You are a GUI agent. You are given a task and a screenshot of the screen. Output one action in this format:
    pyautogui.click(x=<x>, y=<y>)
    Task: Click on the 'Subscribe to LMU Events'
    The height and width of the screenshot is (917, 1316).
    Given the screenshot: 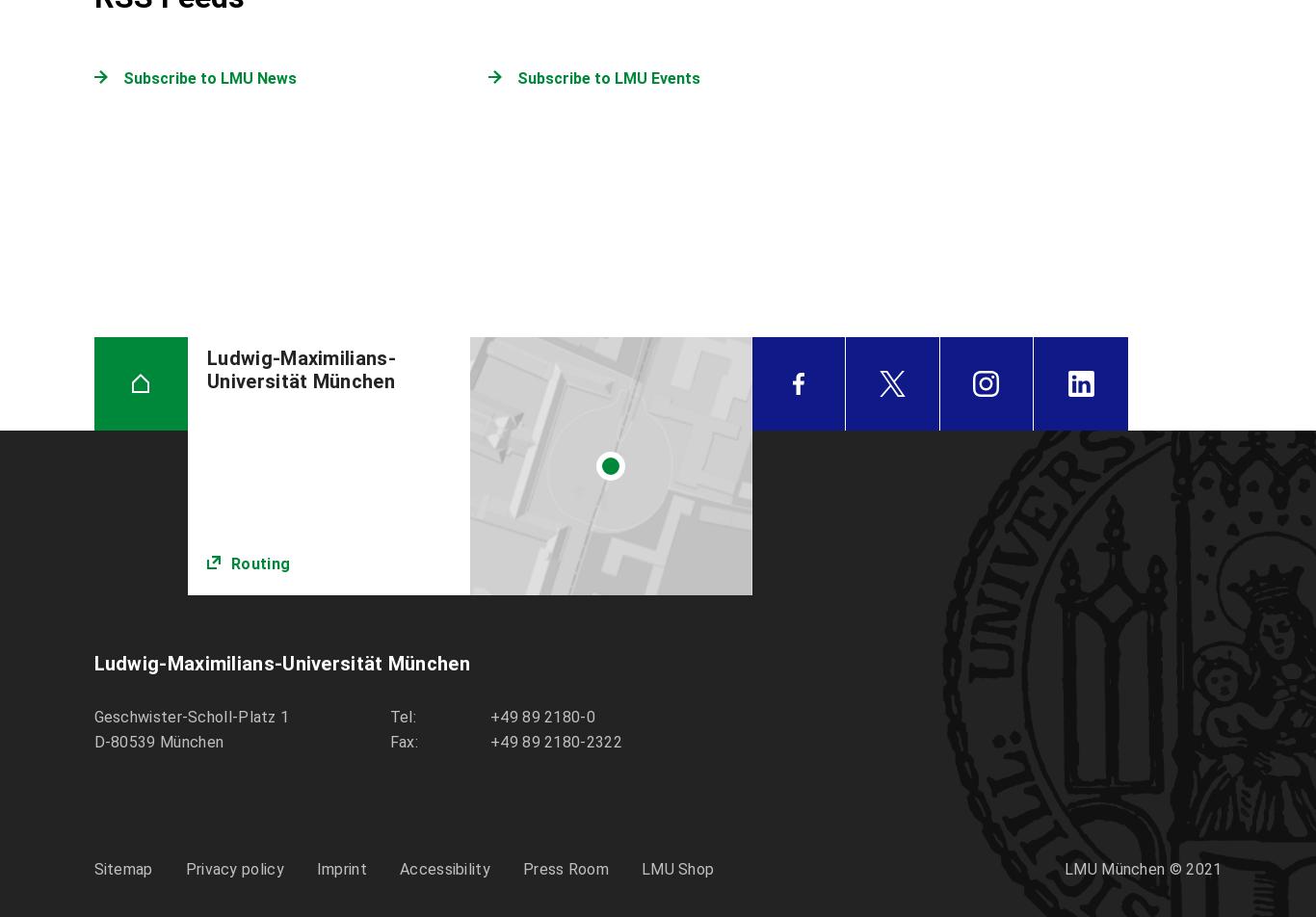 What is the action you would take?
    pyautogui.click(x=608, y=78)
    